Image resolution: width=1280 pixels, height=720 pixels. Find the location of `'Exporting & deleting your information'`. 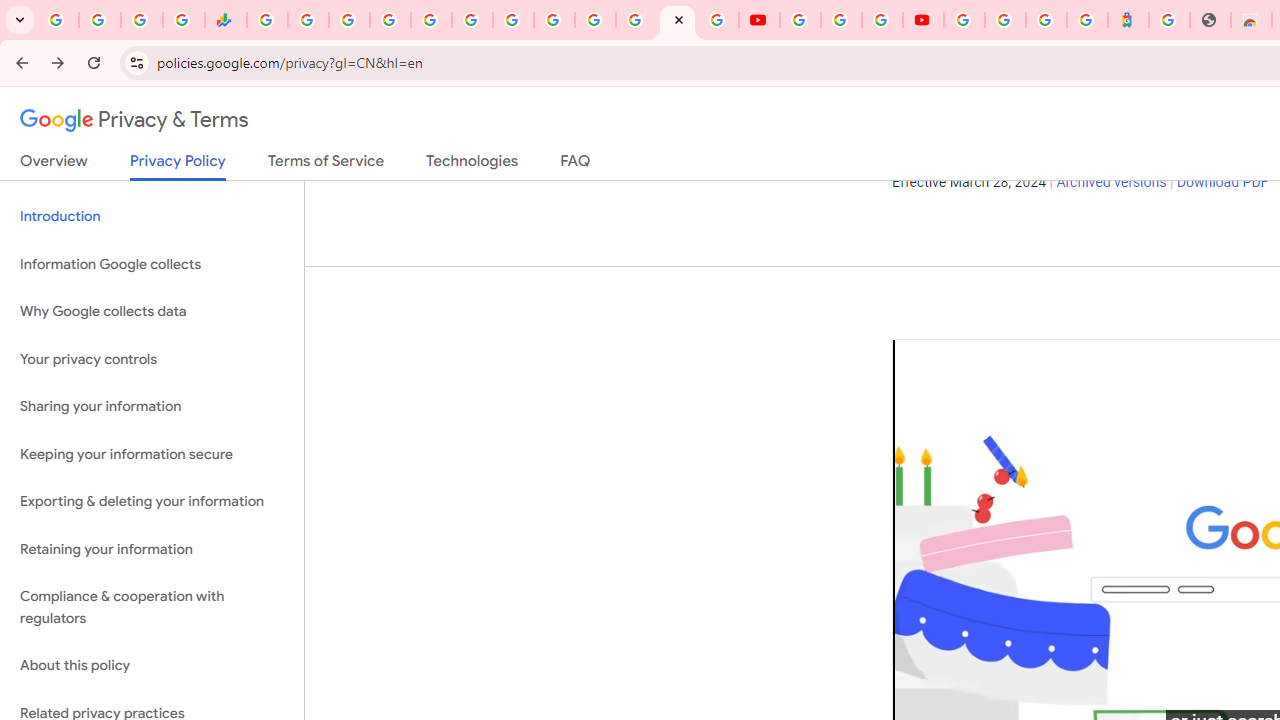

'Exporting & deleting your information' is located at coordinates (151, 501).